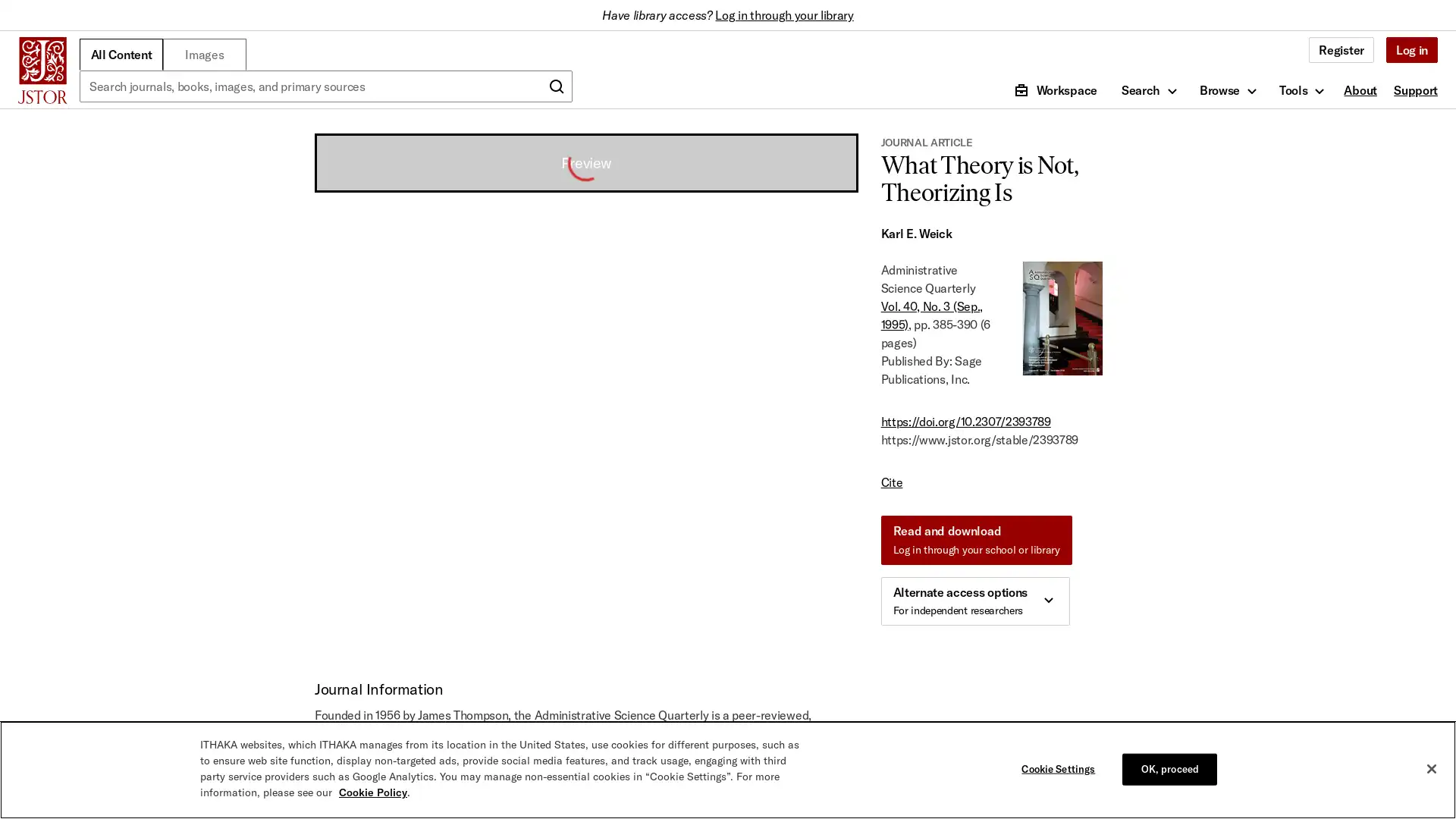 The image size is (1456, 819). Describe the element at coordinates (974, 601) in the screenshot. I see `Alternate access options For independent researchers` at that location.